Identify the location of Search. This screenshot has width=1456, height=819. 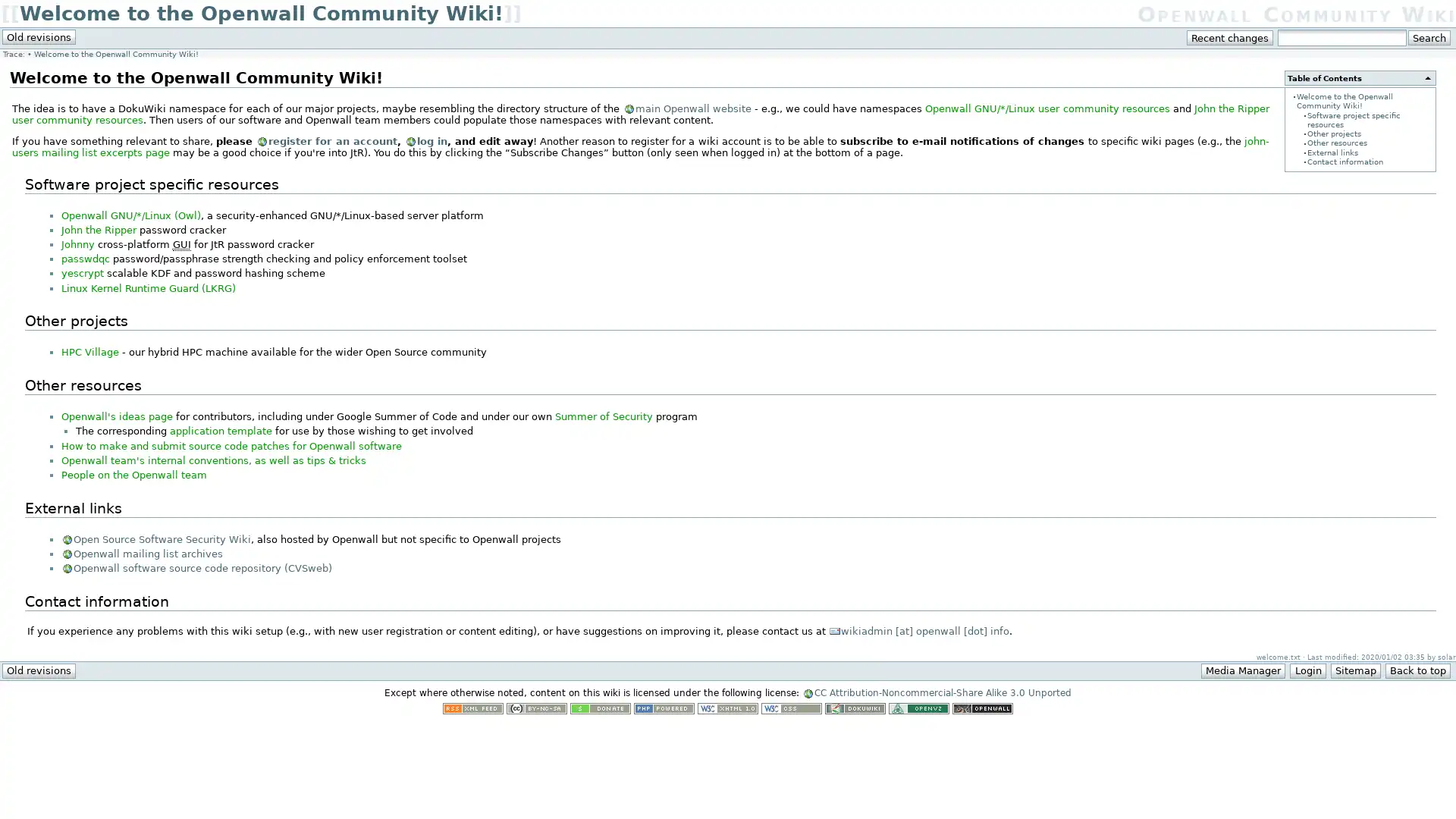
(1428, 37).